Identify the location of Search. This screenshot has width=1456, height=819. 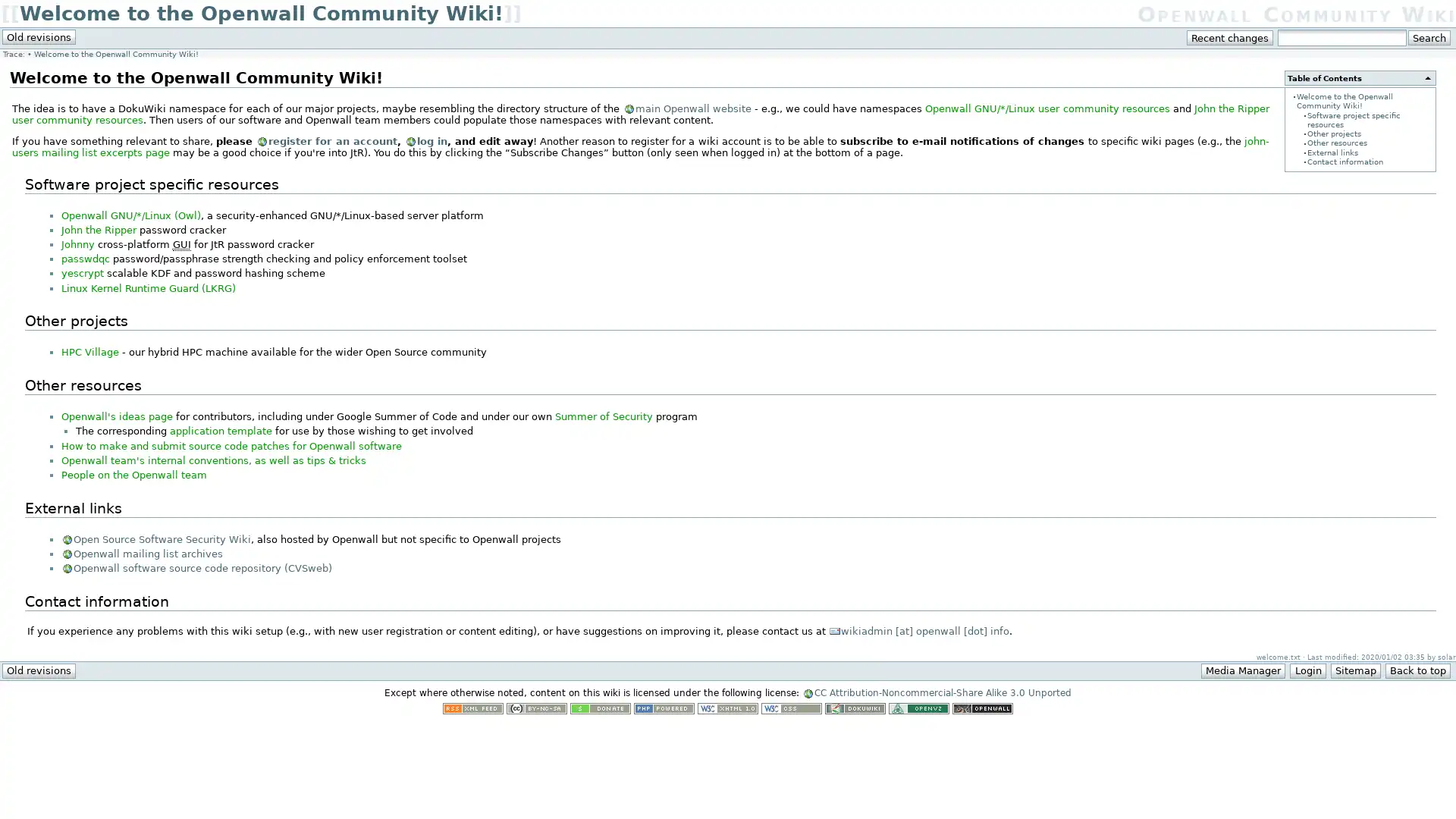
(1428, 37).